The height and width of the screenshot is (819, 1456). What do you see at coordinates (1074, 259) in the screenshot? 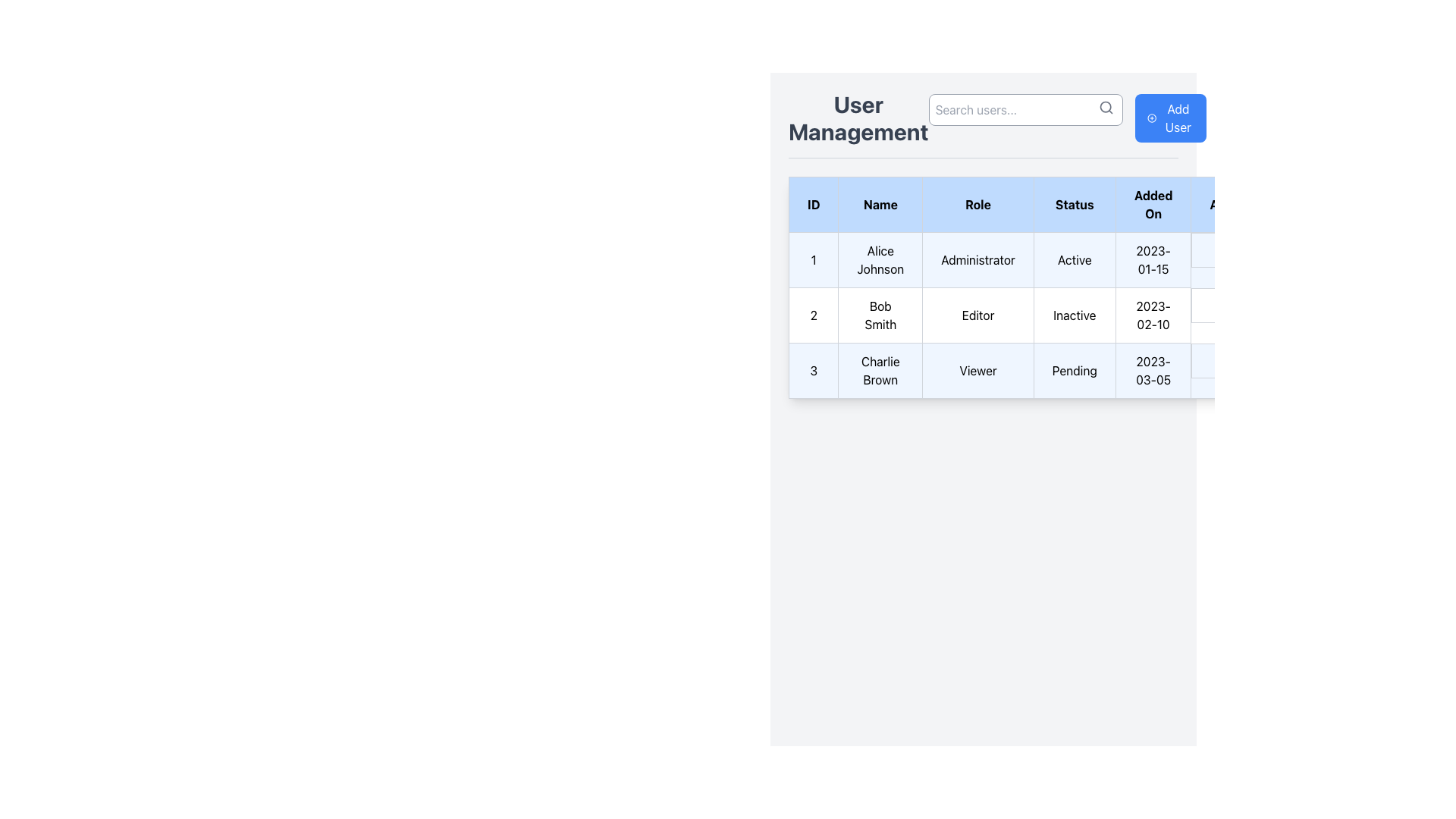
I see `the Text Display element that shows the status 'Active' for 'Alice Johnson' in the Status column of the table` at bounding box center [1074, 259].